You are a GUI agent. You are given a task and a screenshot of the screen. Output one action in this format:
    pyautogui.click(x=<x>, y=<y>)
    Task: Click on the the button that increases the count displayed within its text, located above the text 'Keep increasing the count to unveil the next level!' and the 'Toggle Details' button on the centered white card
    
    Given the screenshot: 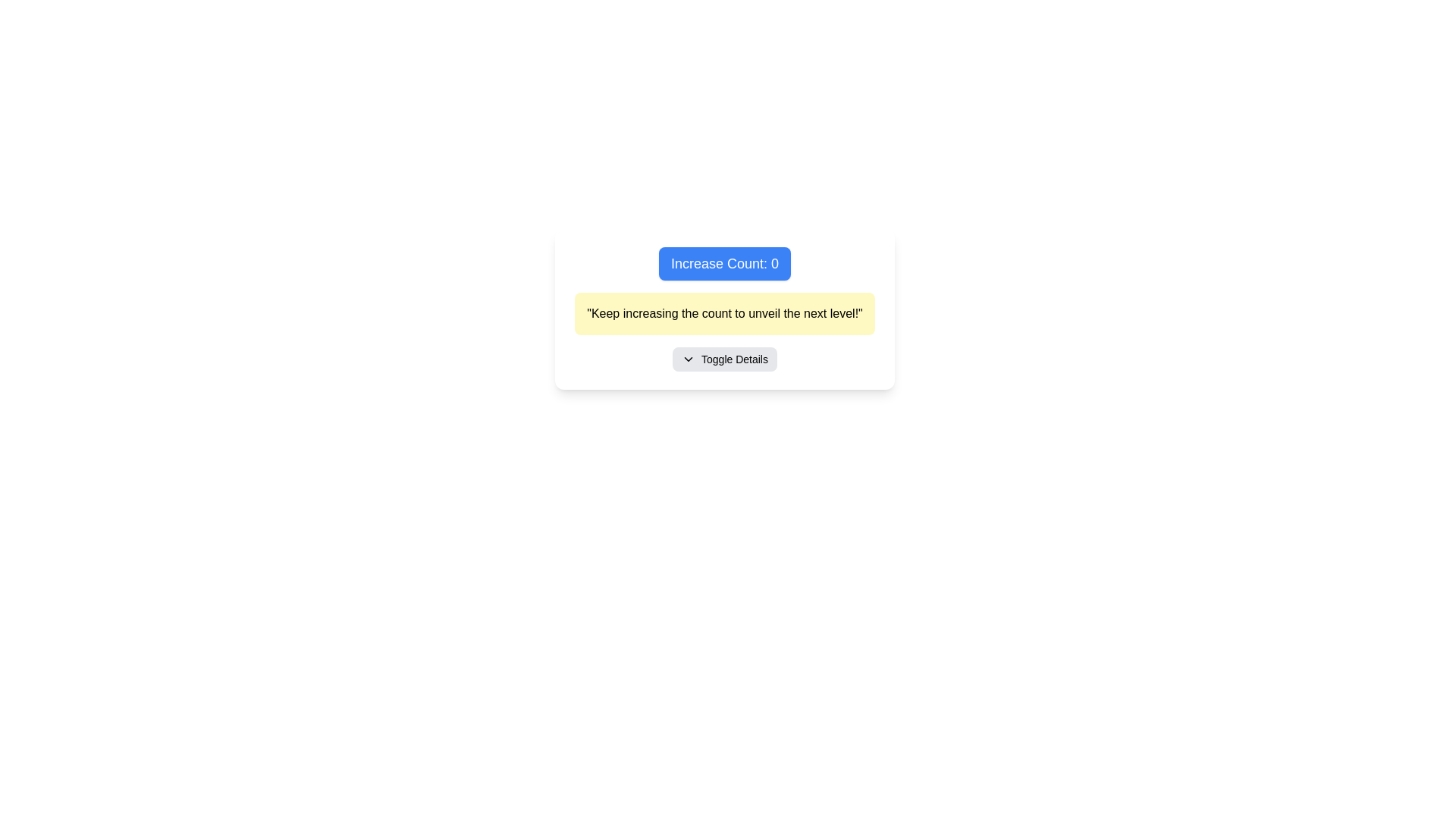 What is the action you would take?
    pyautogui.click(x=723, y=262)
    